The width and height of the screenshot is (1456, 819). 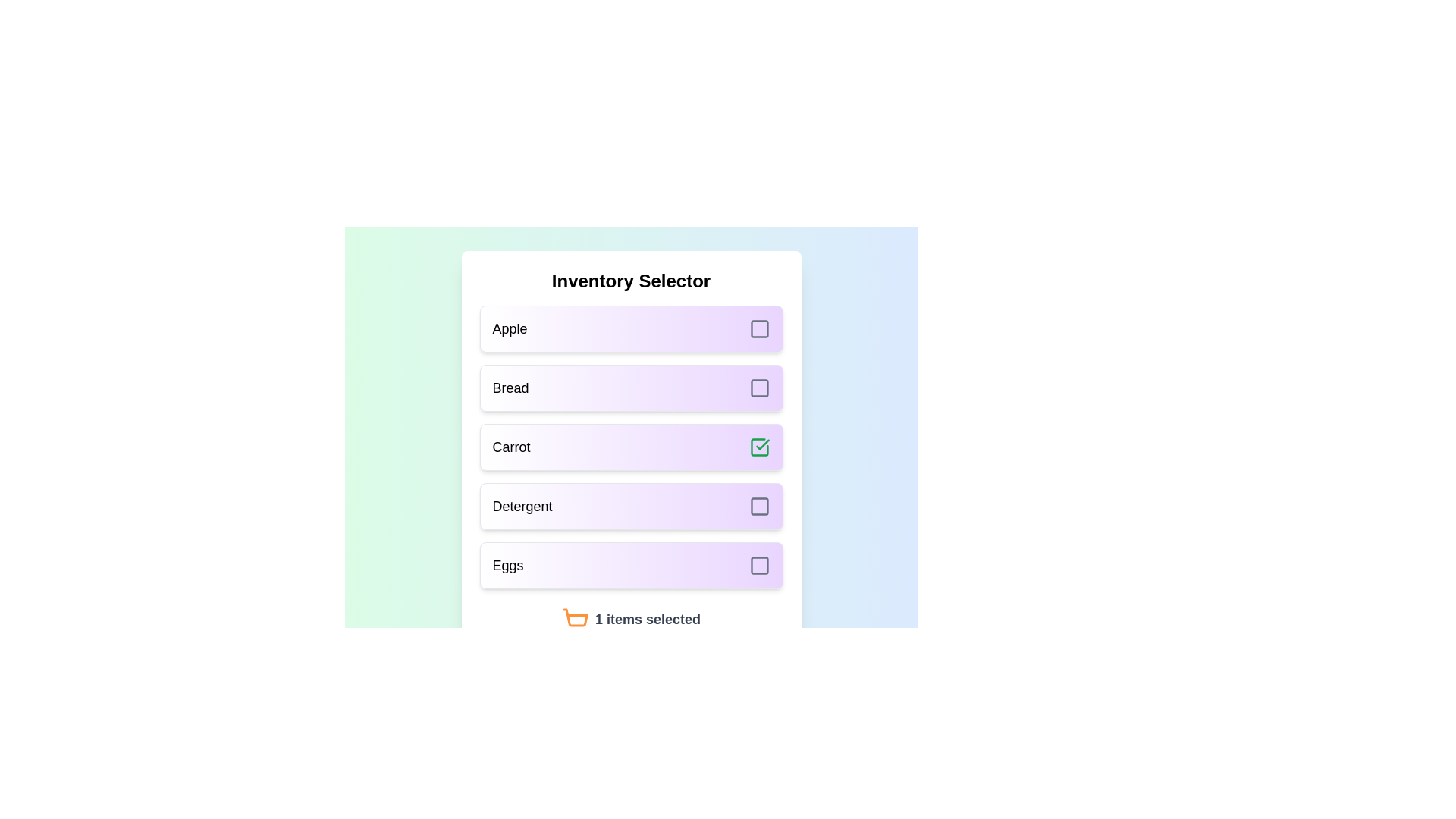 I want to click on the list item Carrot, so click(x=631, y=447).